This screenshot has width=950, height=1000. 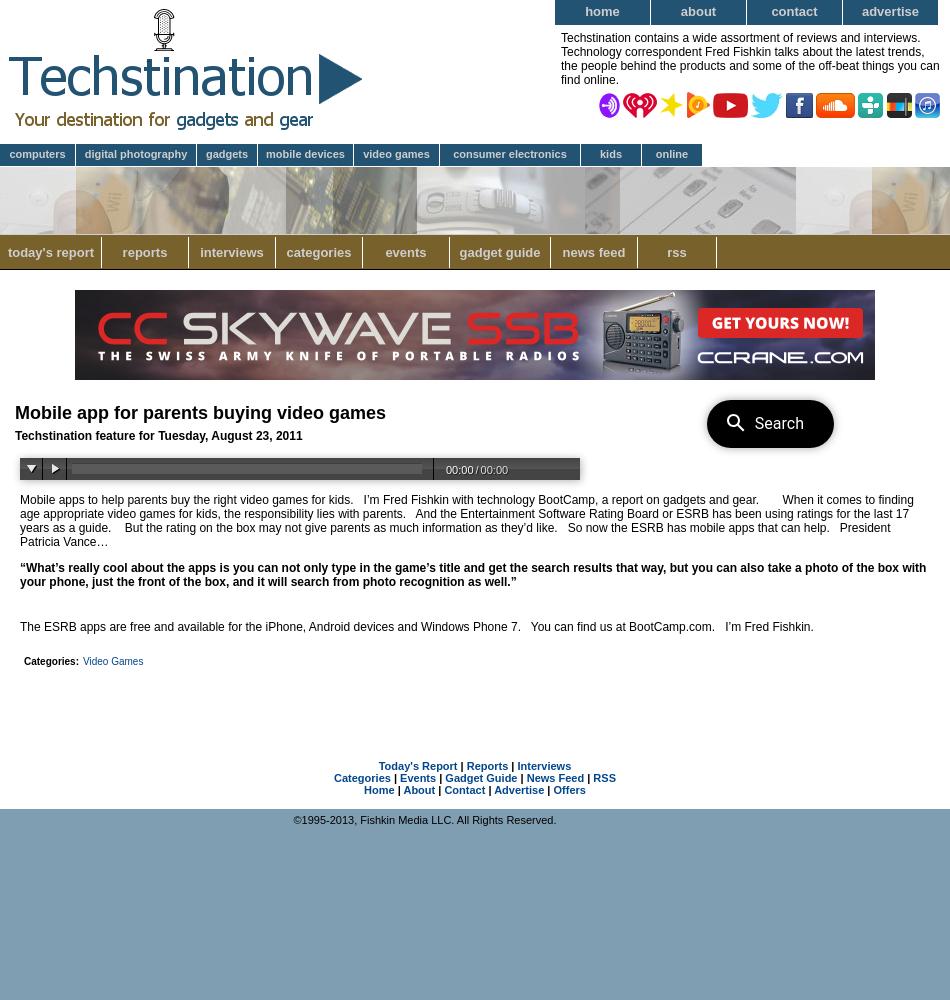 What do you see at coordinates (480, 778) in the screenshot?
I see `'Gadget Guide'` at bounding box center [480, 778].